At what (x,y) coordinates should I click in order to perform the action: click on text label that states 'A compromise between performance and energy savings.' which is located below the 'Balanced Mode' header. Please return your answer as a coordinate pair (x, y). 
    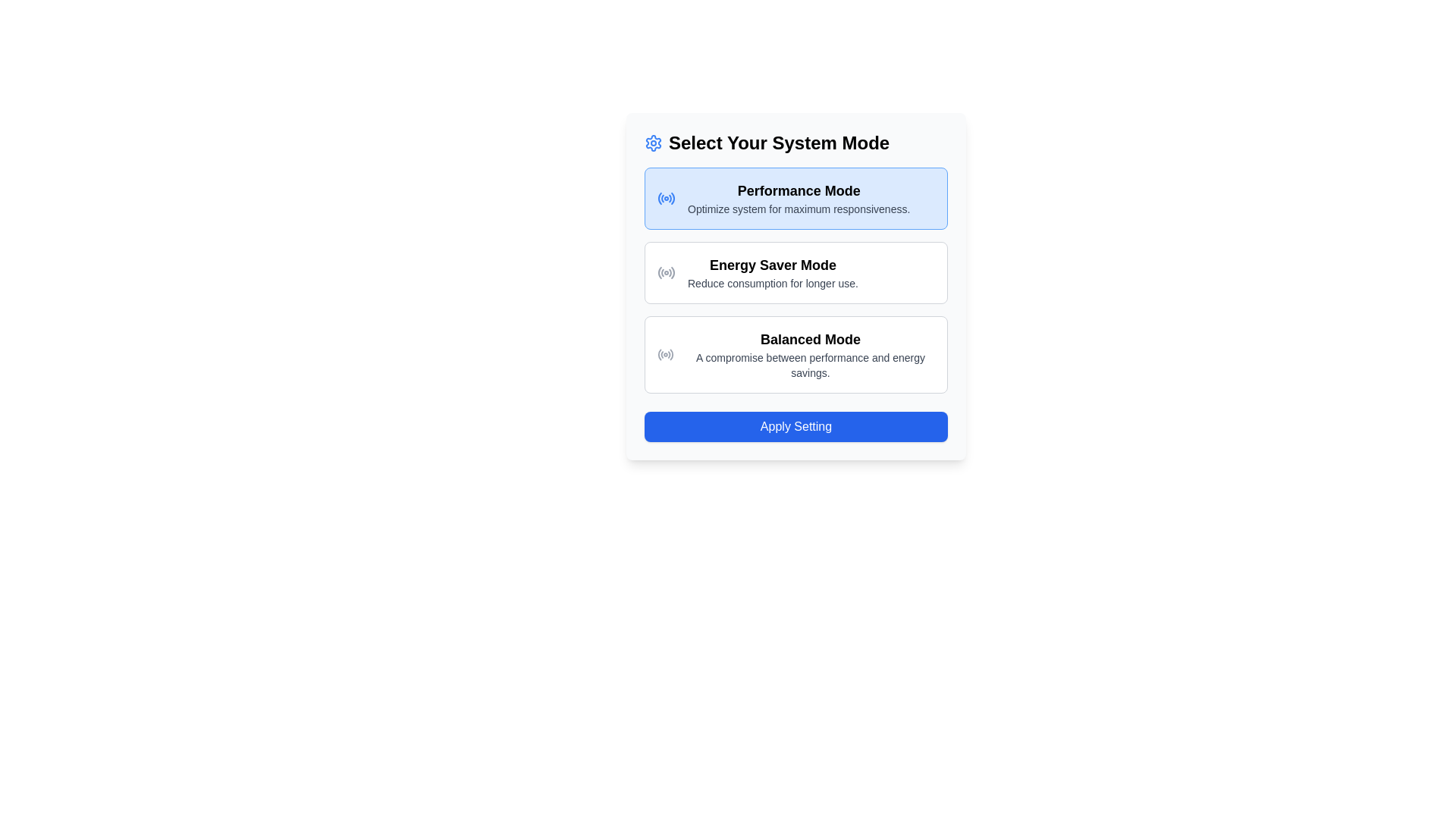
    Looking at the image, I should click on (810, 366).